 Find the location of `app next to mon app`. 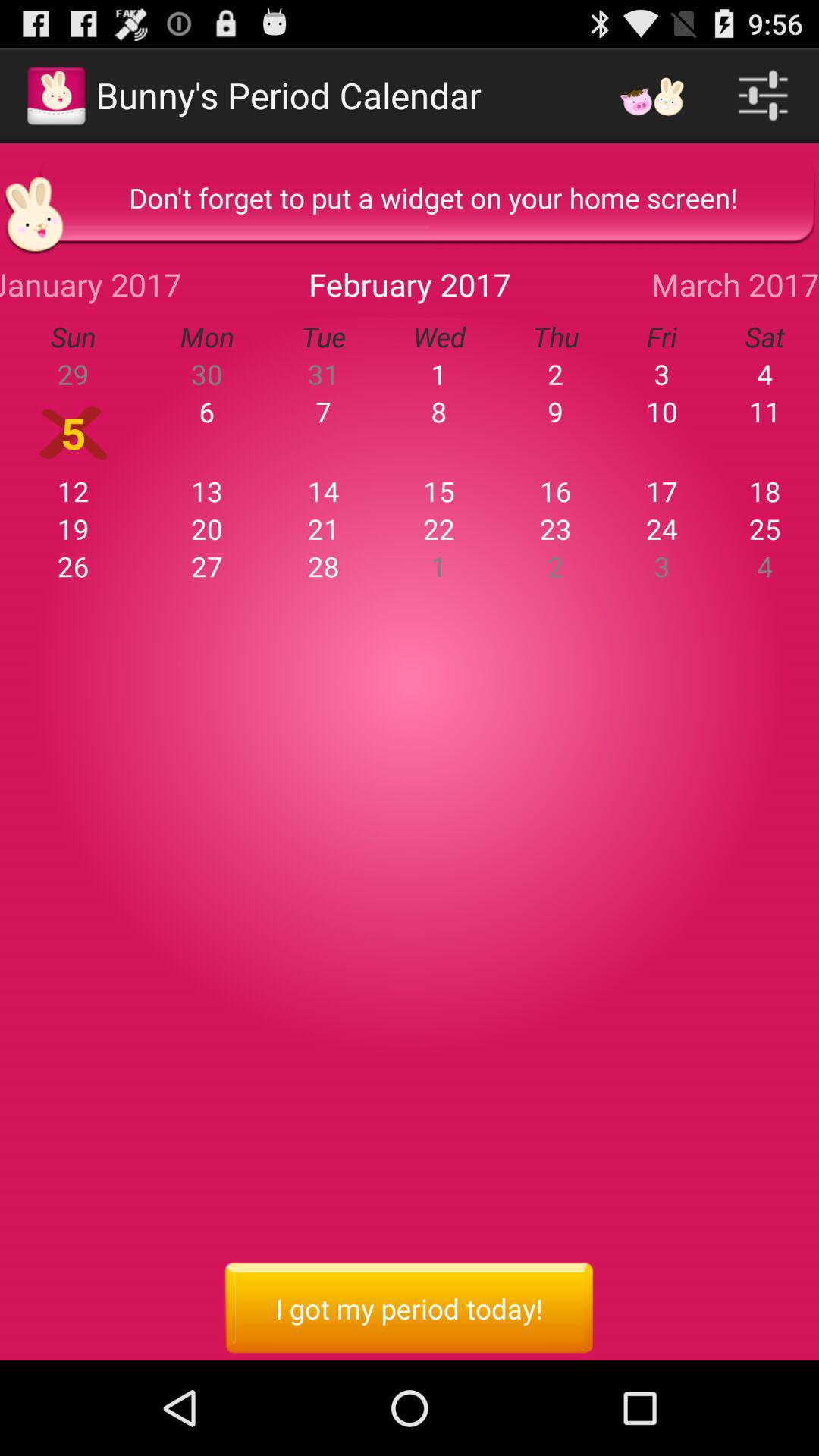

app next to mon app is located at coordinates (322, 374).